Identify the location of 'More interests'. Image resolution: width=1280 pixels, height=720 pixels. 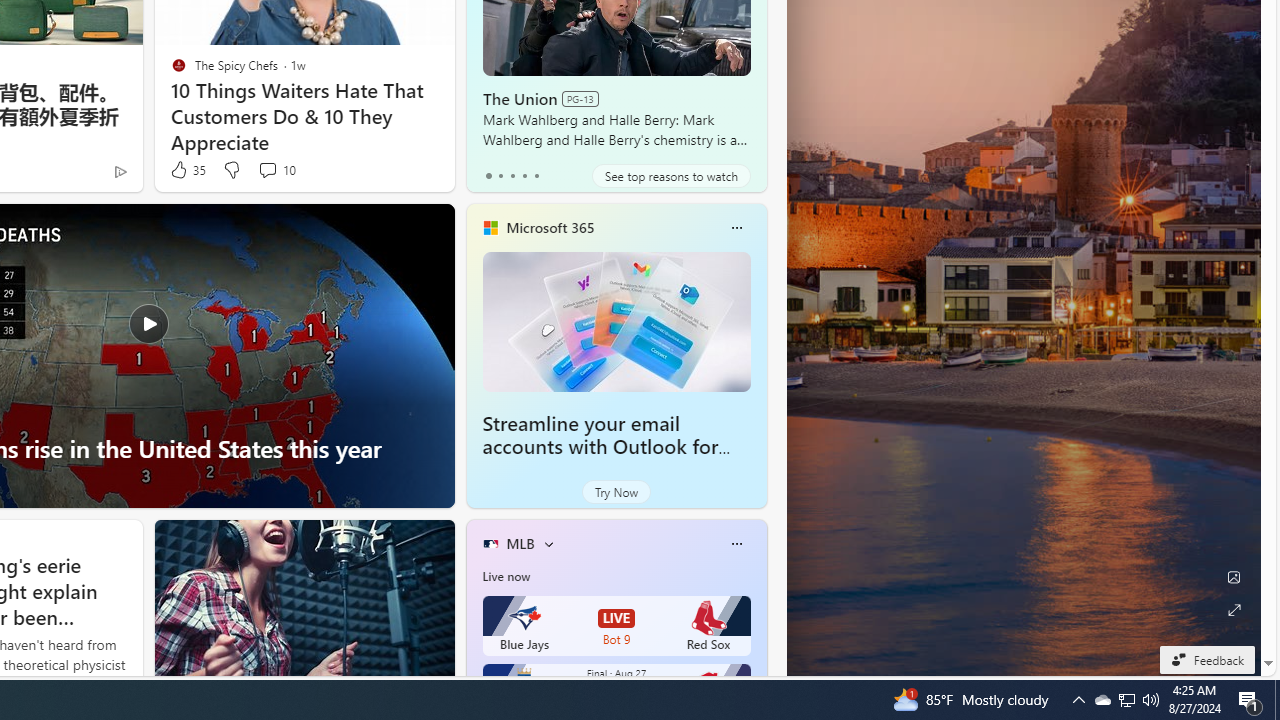
(548, 543).